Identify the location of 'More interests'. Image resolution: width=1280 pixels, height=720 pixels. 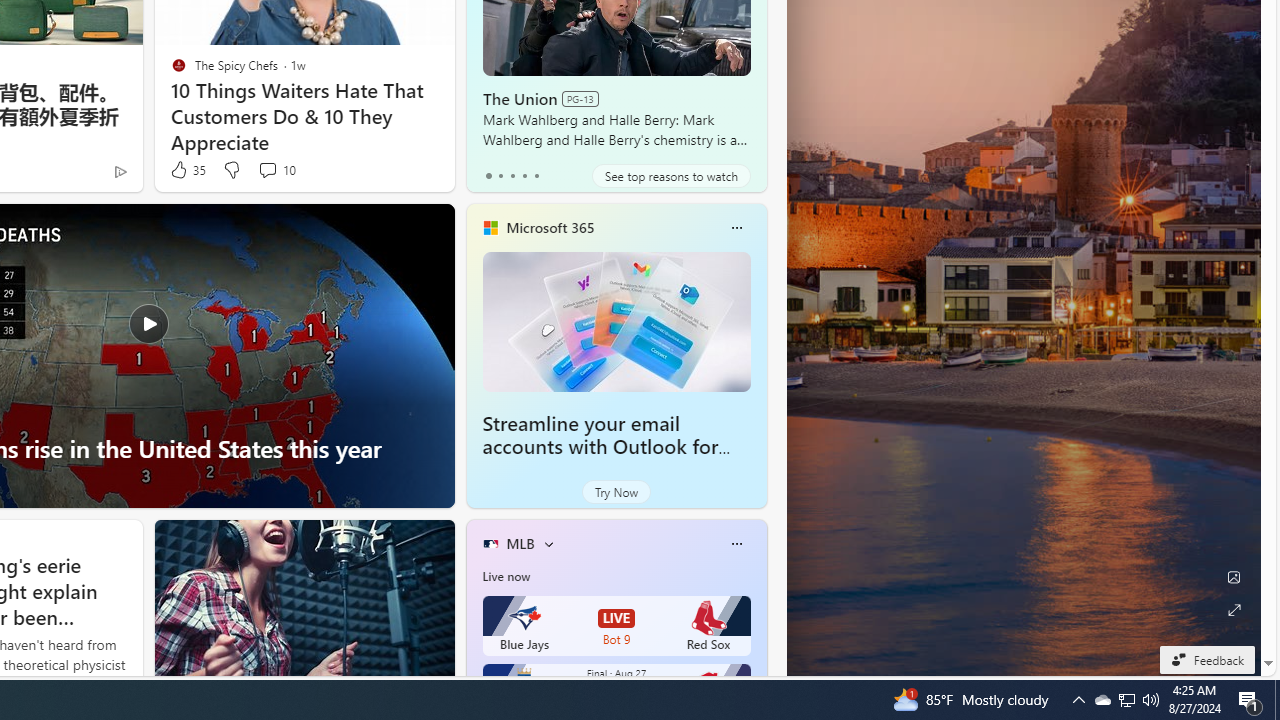
(548, 543).